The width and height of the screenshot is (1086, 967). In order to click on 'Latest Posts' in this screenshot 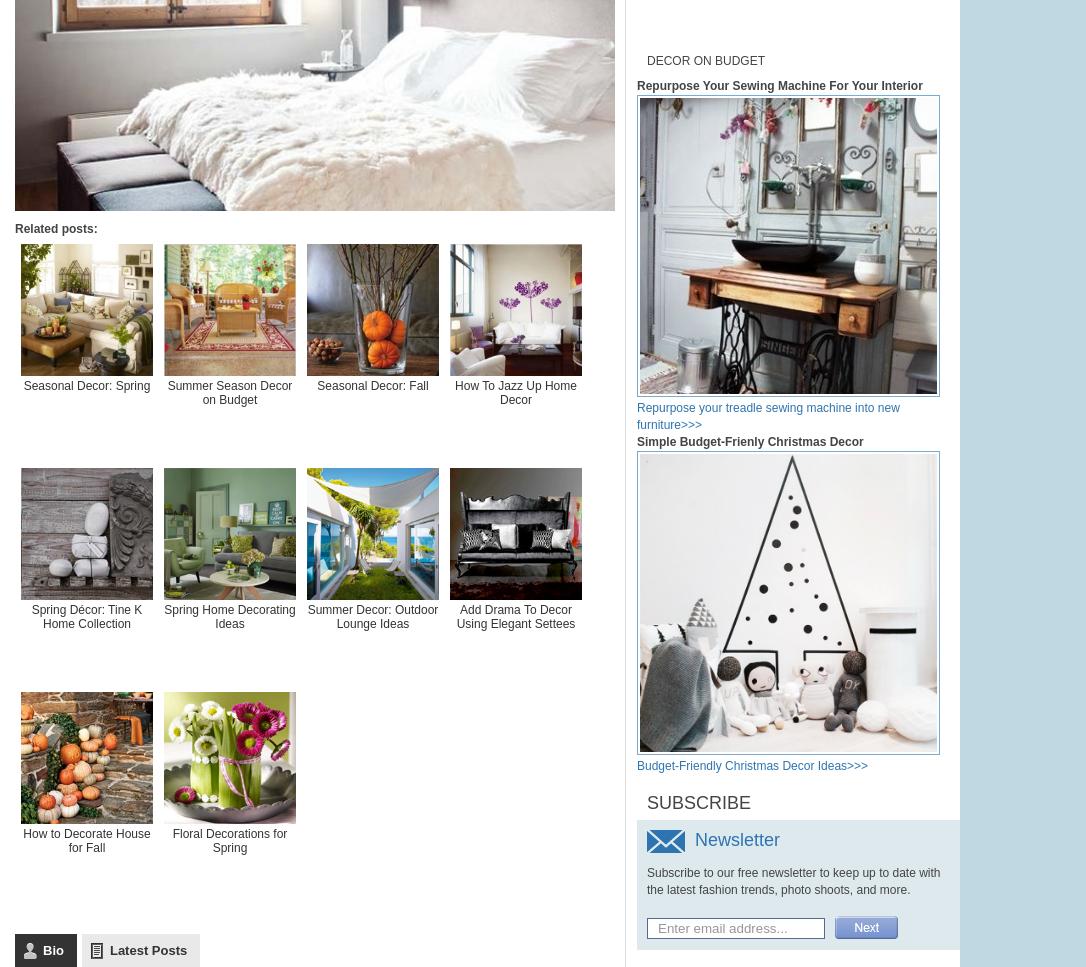, I will do `click(147, 949)`.